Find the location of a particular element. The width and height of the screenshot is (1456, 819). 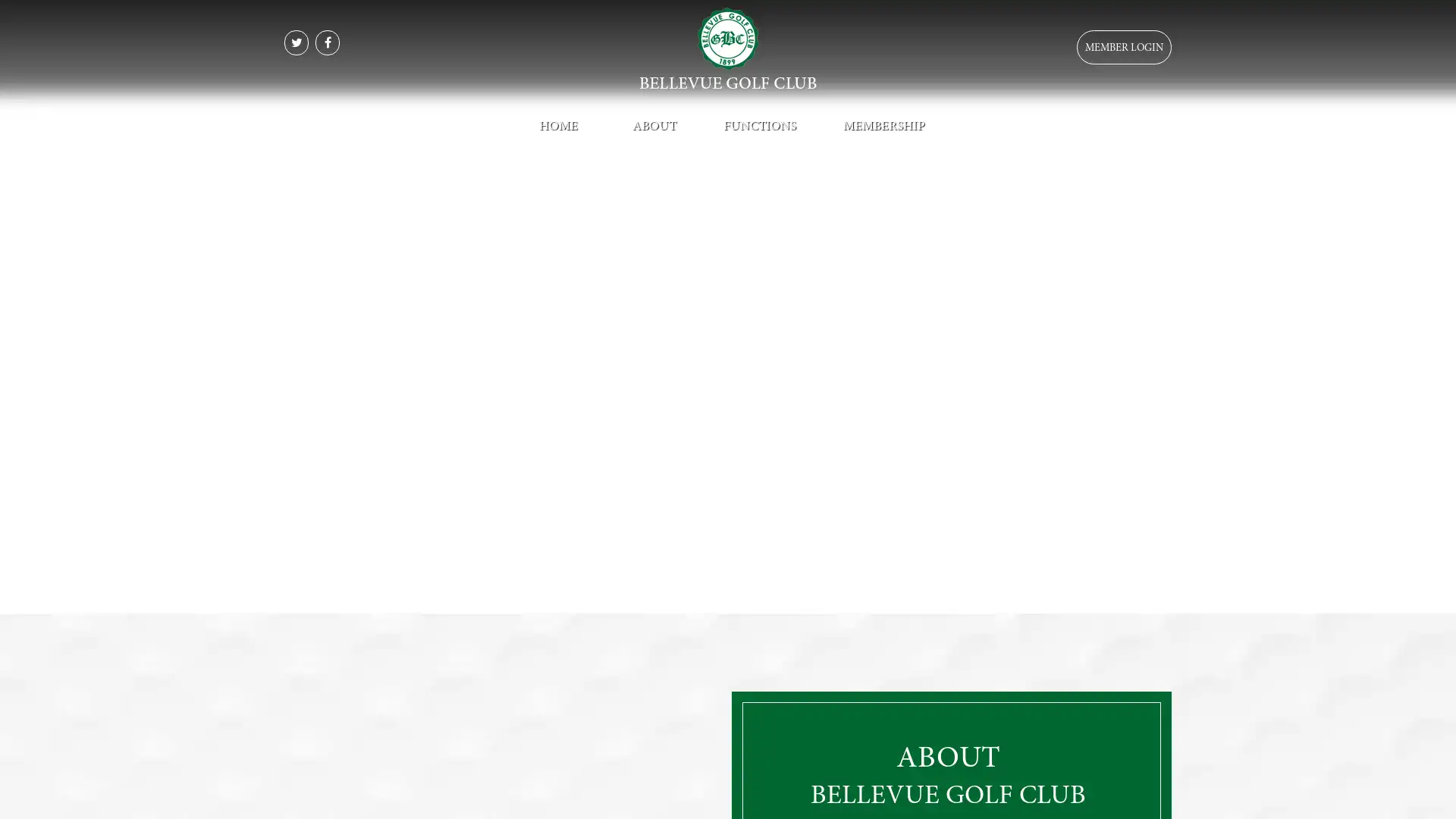

Unmute is located at coordinates (1147, 599).